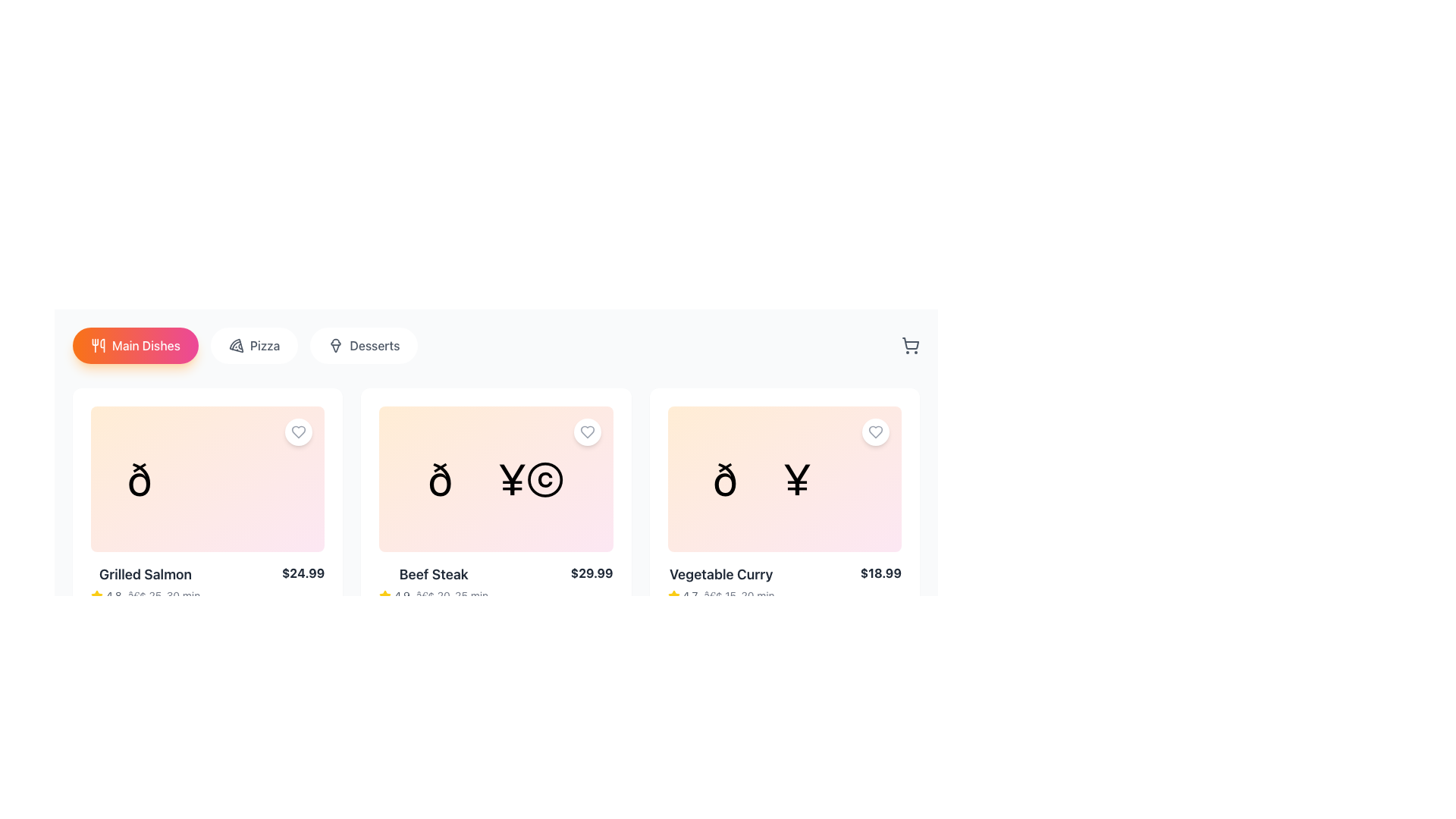 Image resolution: width=1456 pixels, height=819 pixels. What do you see at coordinates (673, 595) in the screenshot?
I see `the small gold star icon representing a rating score of 4.7, which is positioned to the left of the text label in the product details card for 'Vegetable Curry'` at bounding box center [673, 595].